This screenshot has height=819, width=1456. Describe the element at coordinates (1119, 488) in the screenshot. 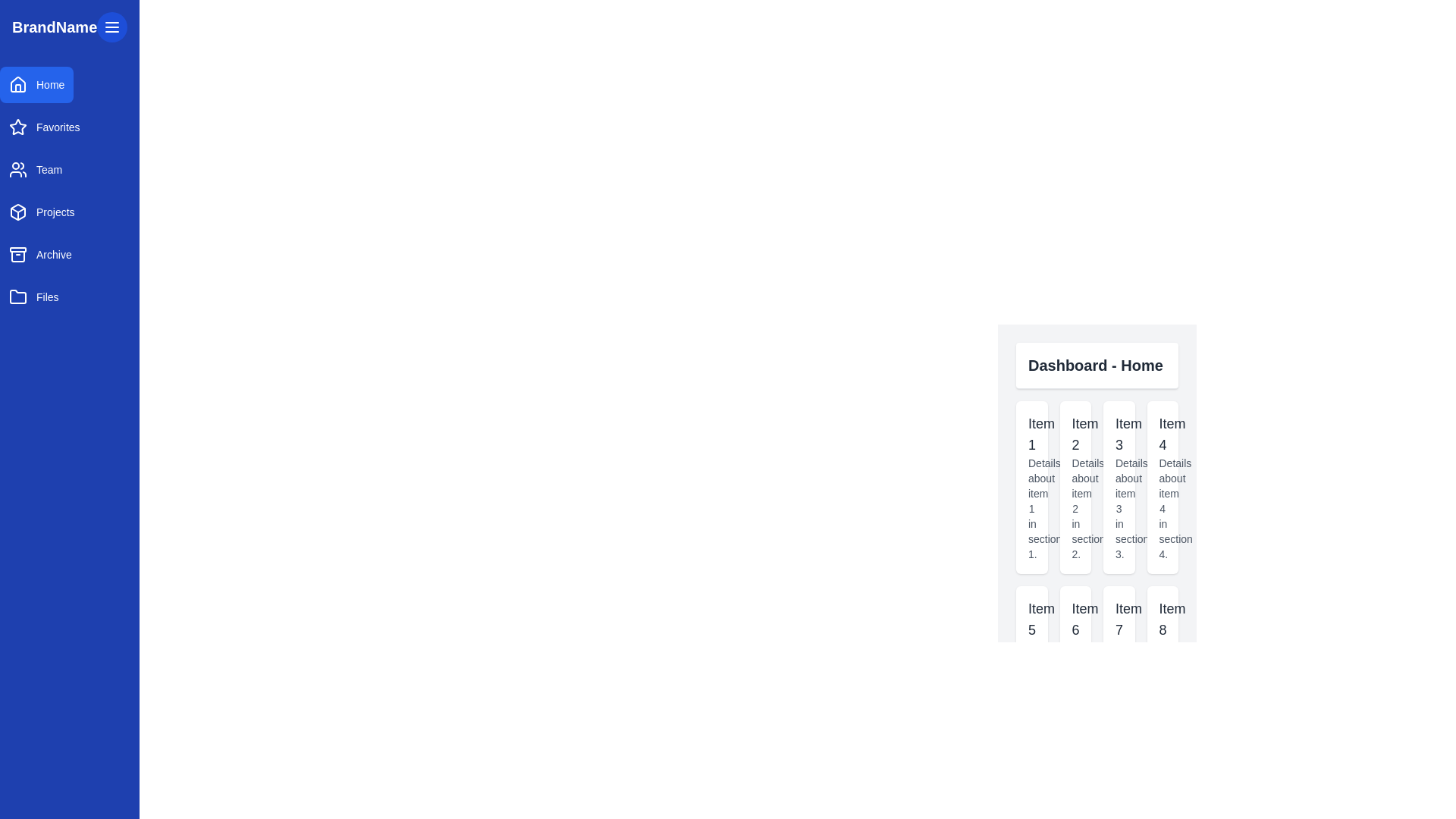

I see `descriptive text displayed on the informational card or grid tile for 'Item 3', which is located in the top row and third column of the grid layout` at that location.